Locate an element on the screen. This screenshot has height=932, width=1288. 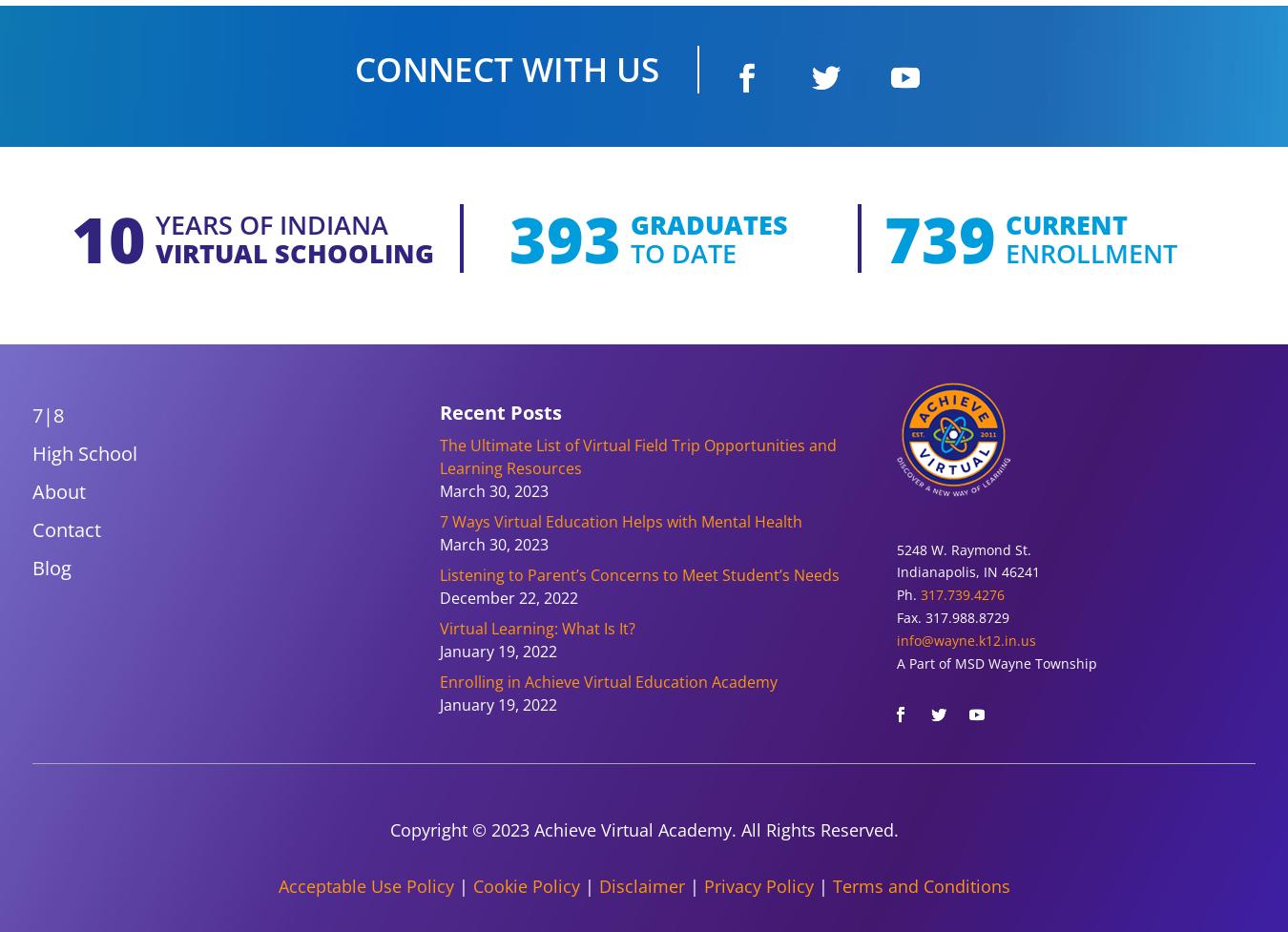
'Cookie Policy' is located at coordinates (524, 883).